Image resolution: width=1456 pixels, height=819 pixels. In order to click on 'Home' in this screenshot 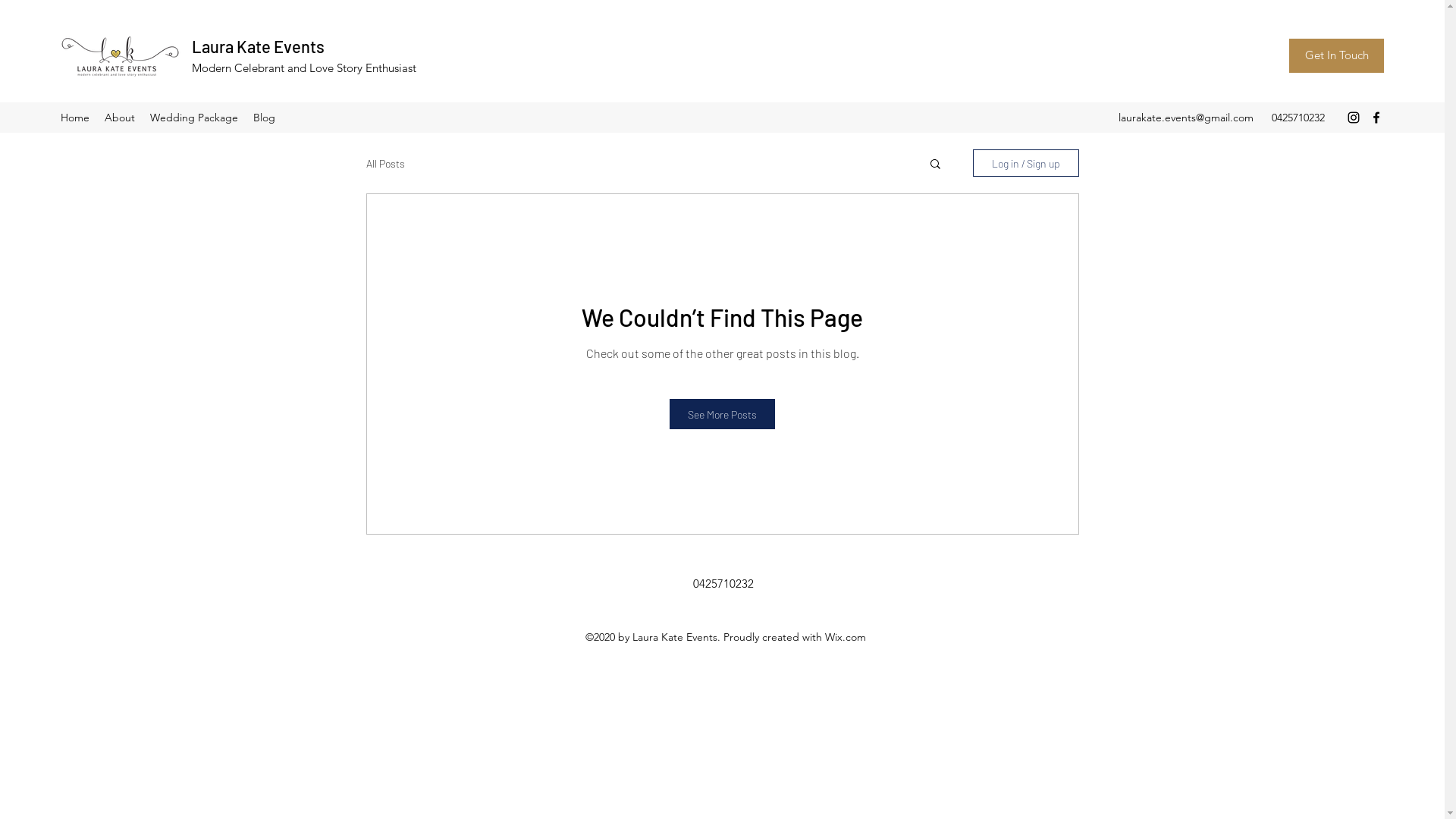, I will do `click(53, 116)`.